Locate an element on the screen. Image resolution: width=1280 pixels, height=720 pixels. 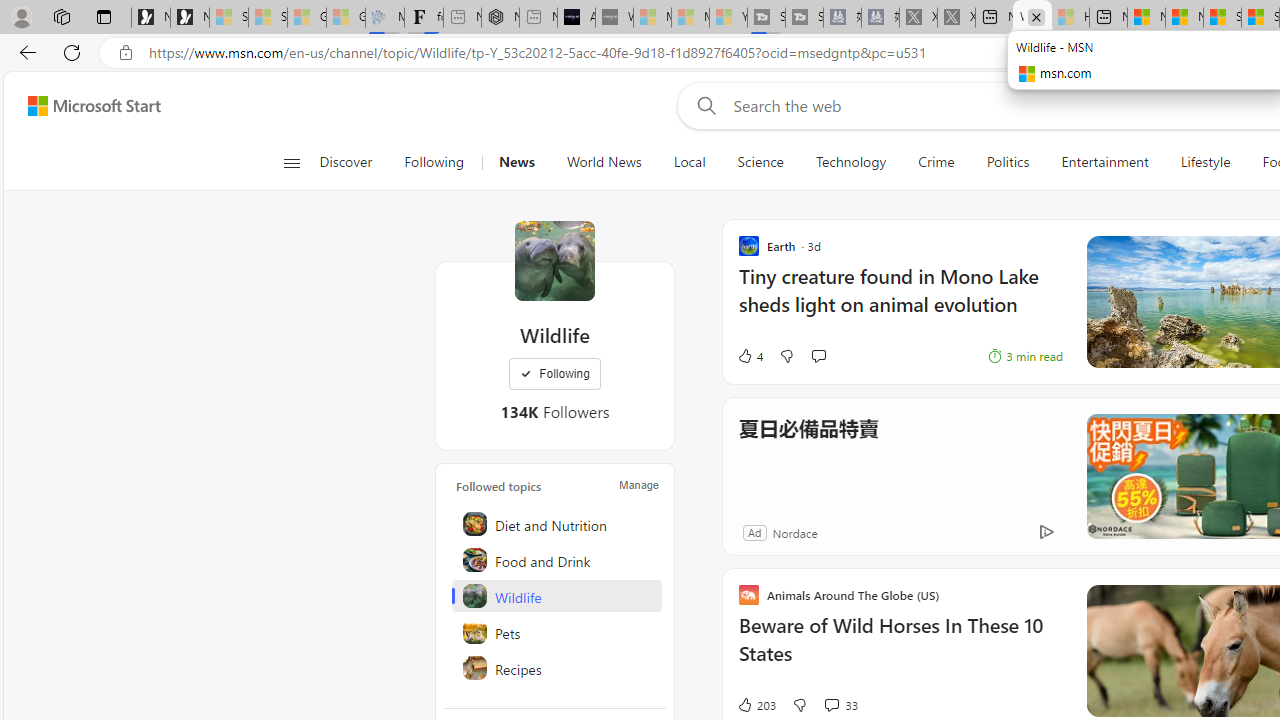
'Skip to content' is located at coordinates (86, 105).